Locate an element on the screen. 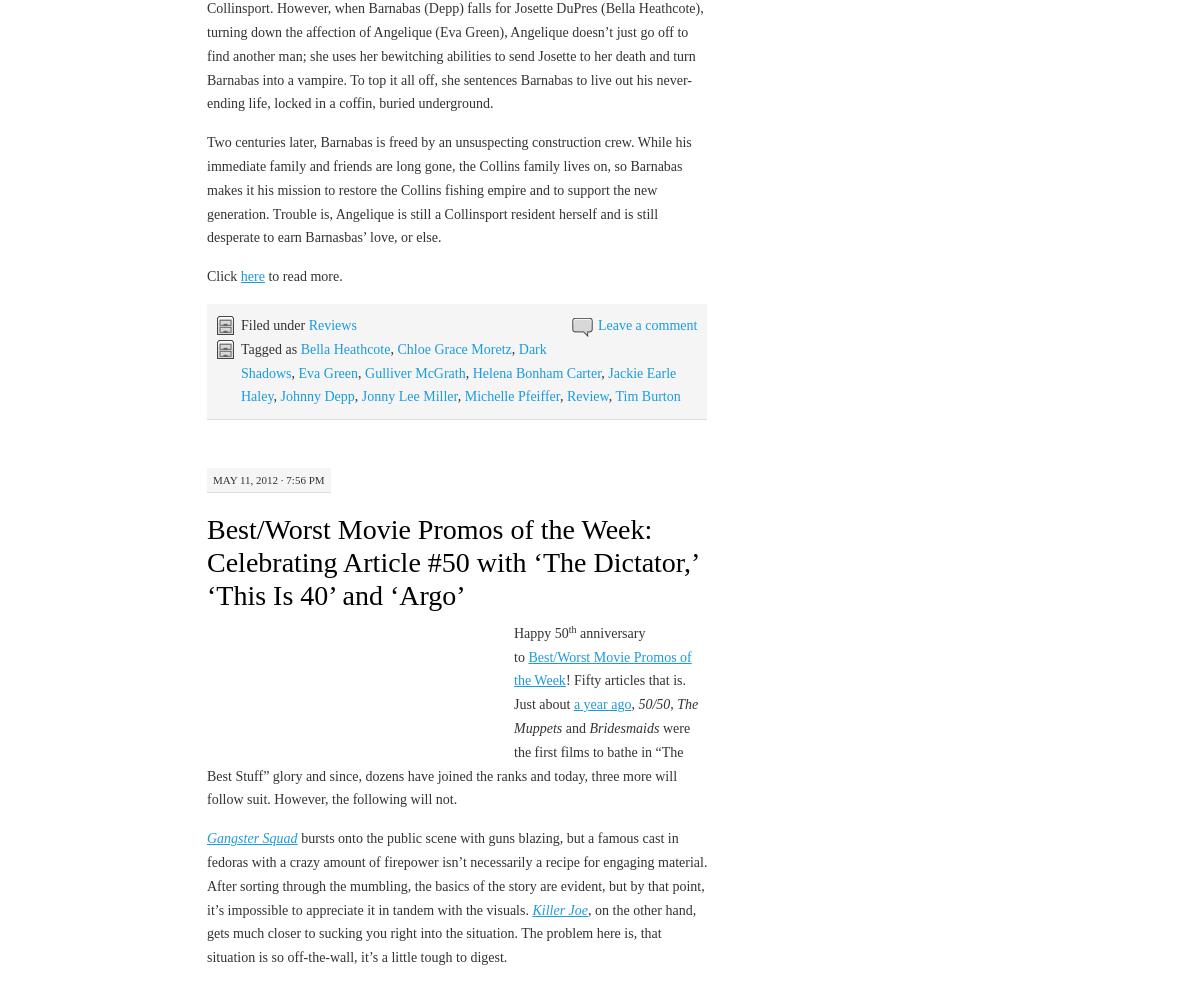  '50/50' is located at coordinates (653, 704).